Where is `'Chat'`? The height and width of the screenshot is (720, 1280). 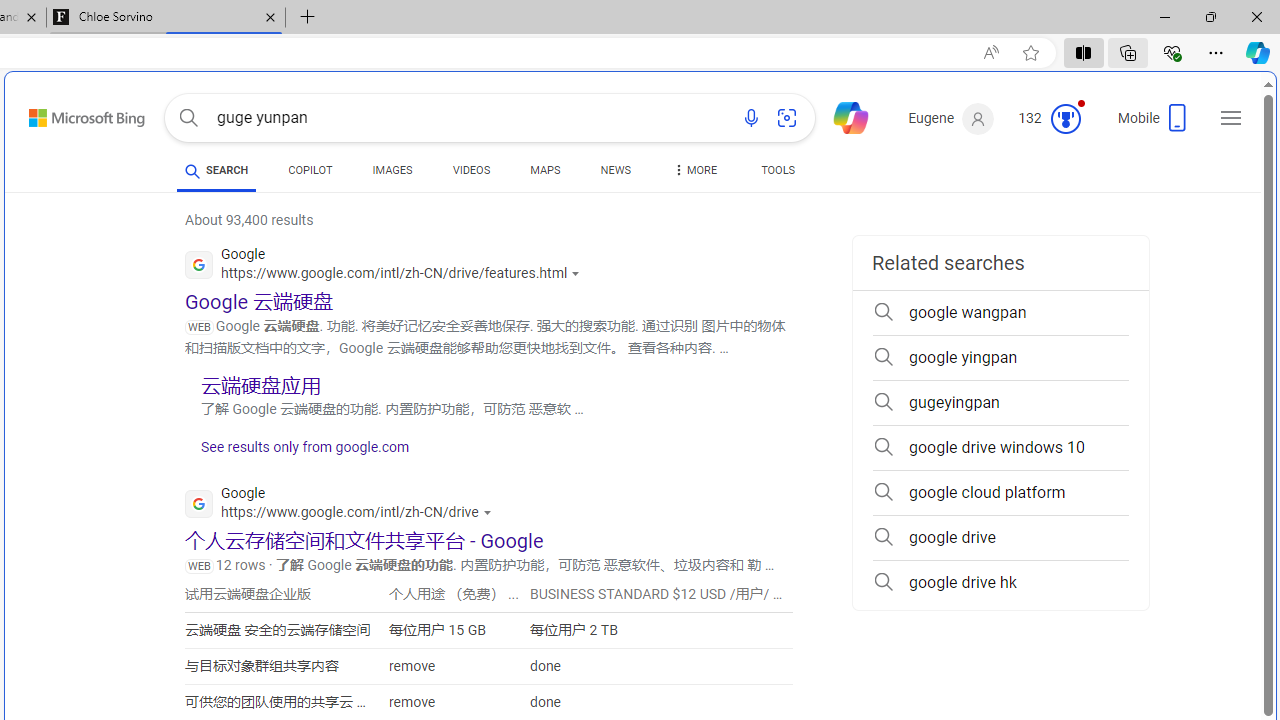
'Chat' is located at coordinates (842, 116).